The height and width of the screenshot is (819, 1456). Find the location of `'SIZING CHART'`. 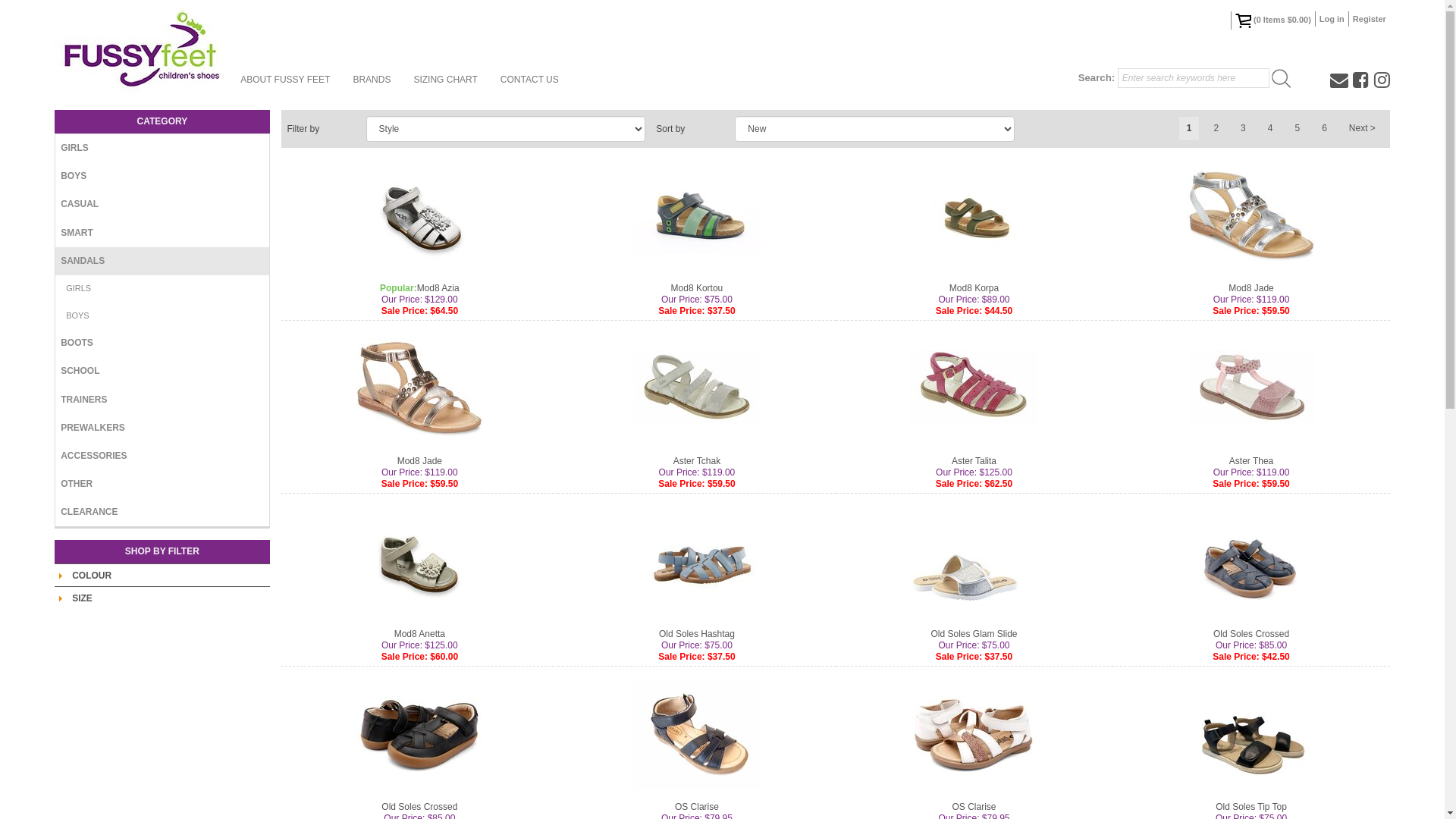

'SIZING CHART' is located at coordinates (444, 79).